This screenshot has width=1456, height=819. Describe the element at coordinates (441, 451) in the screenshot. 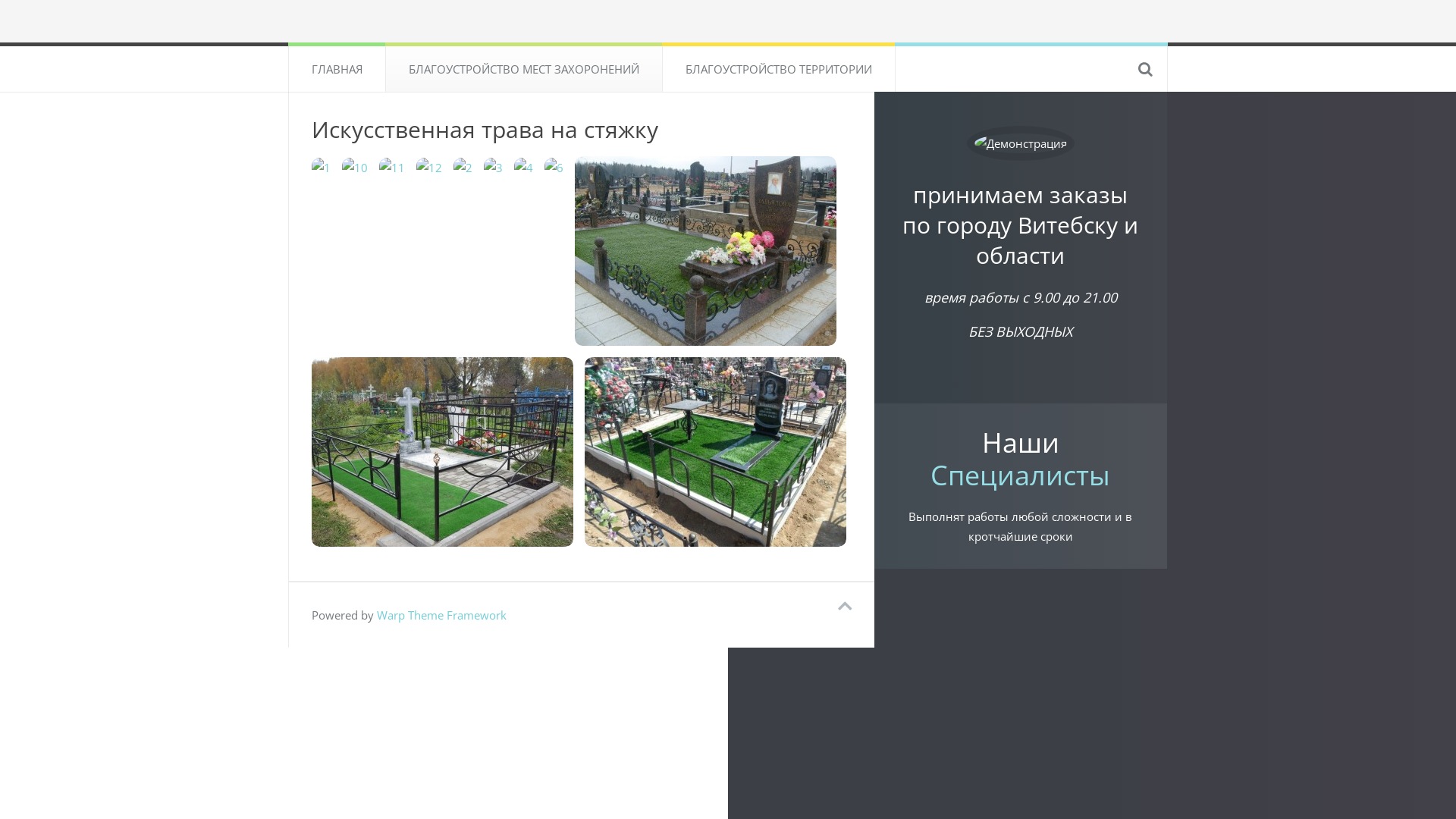

I see `'8'` at that location.